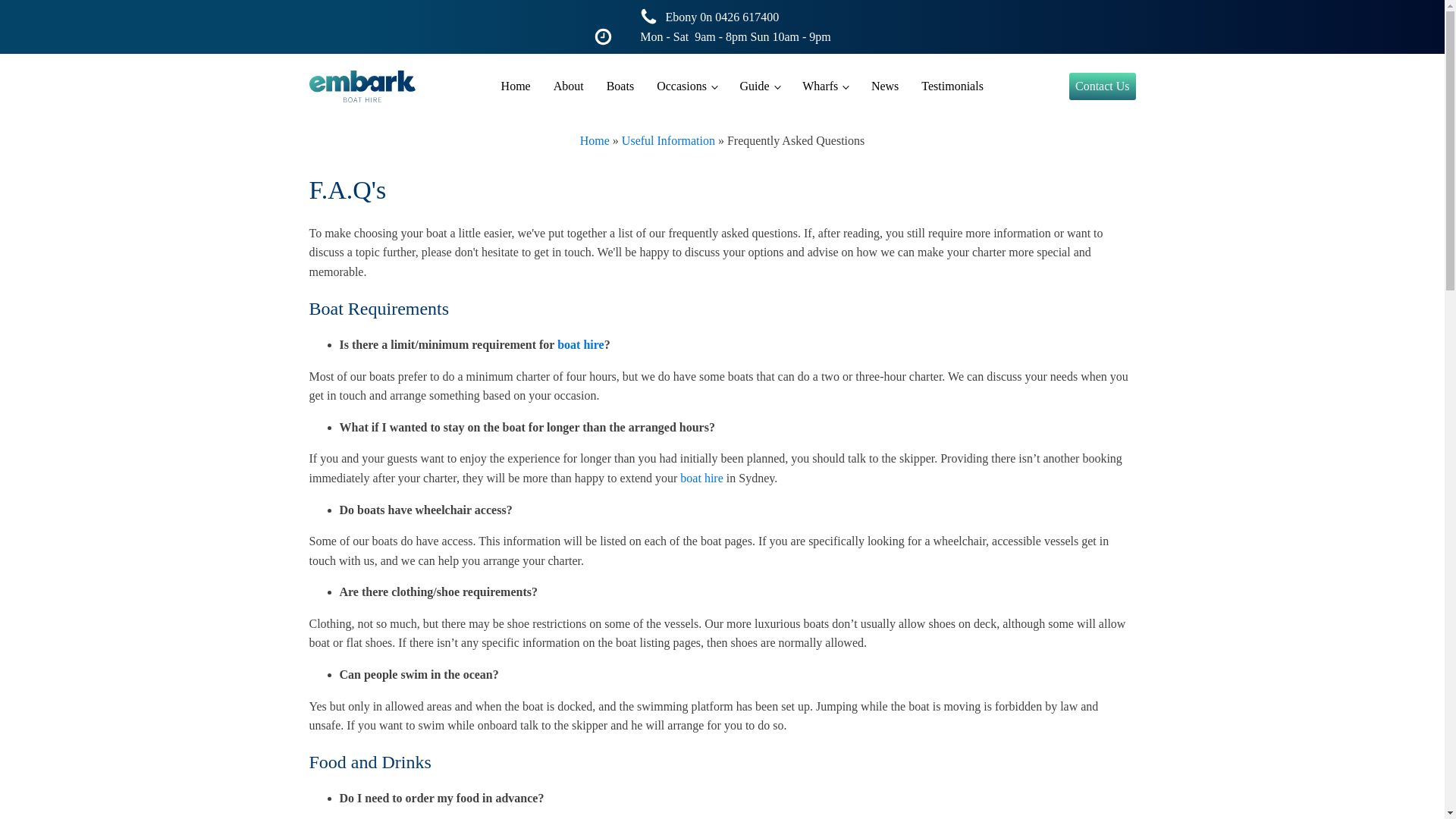 The width and height of the screenshot is (1456, 819). What do you see at coordinates (952, 86) in the screenshot?
I see `'Testimonials'` at bounding box center [952, 86].